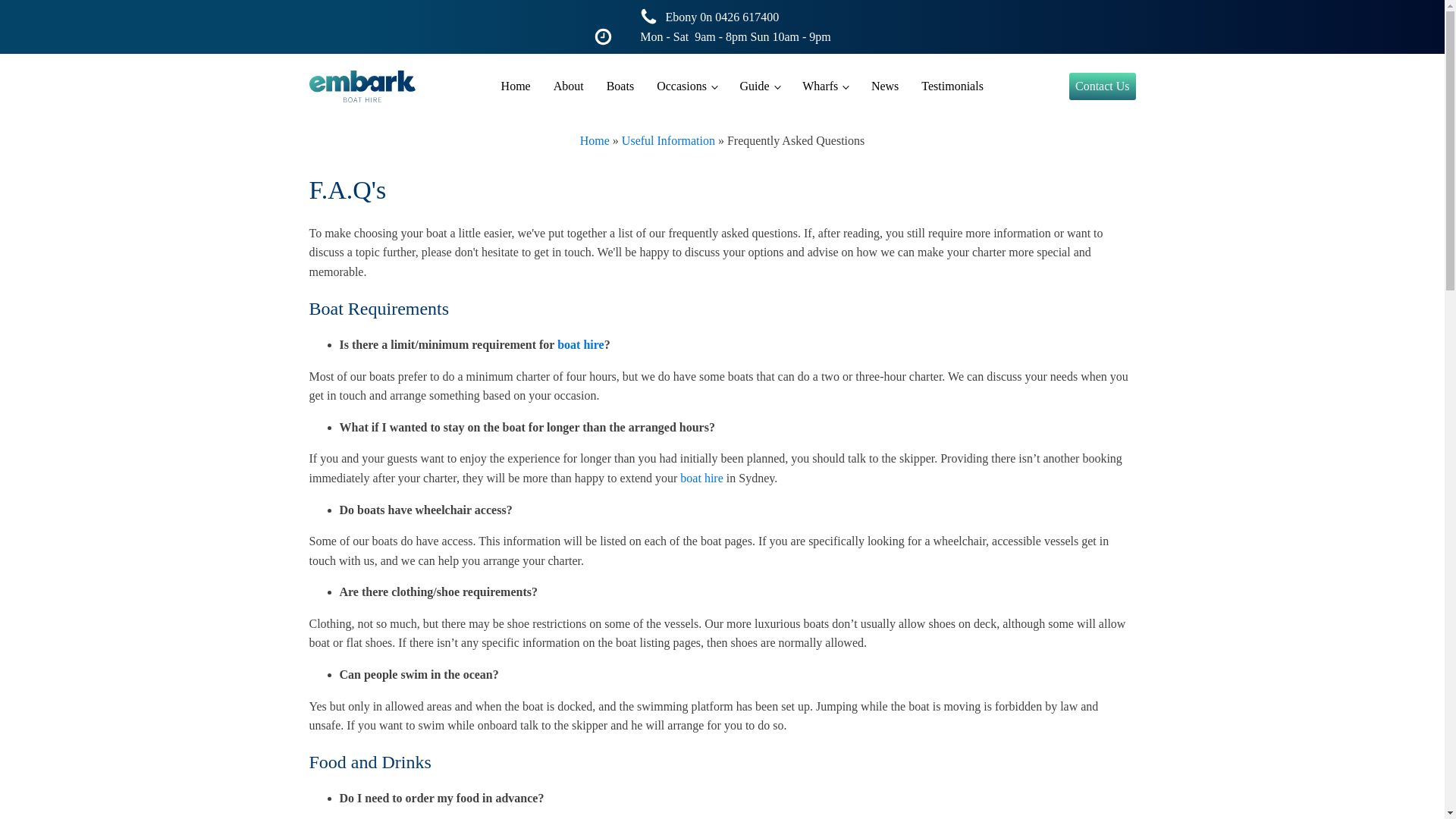 The width and height of the screenshot is (1456, 819). What do you see at coordinates (952, 86) in the screenshot?
I see `'Testimonials'` at bounding box center [952, 86].